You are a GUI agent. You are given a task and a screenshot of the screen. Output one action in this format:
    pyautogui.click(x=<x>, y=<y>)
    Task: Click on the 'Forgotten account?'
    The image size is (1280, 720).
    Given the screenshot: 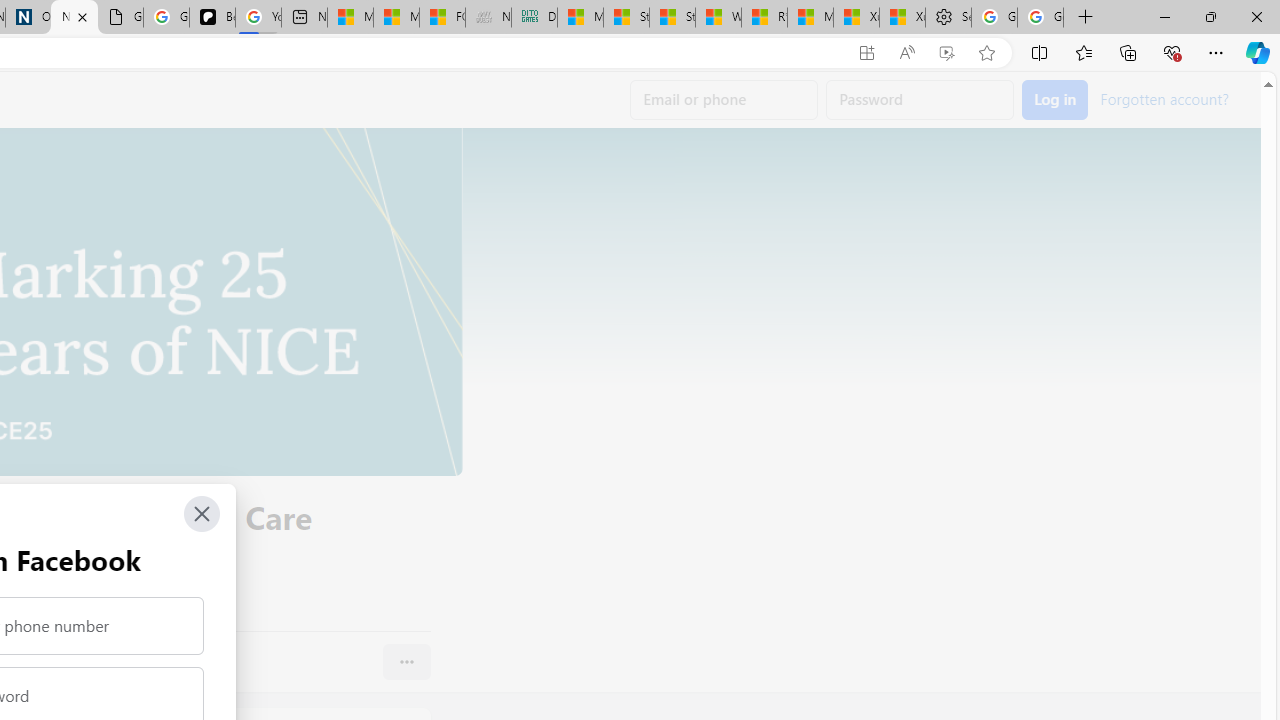 What is the action you would take?
    pyautogui.click(x=1164, y=98)
    